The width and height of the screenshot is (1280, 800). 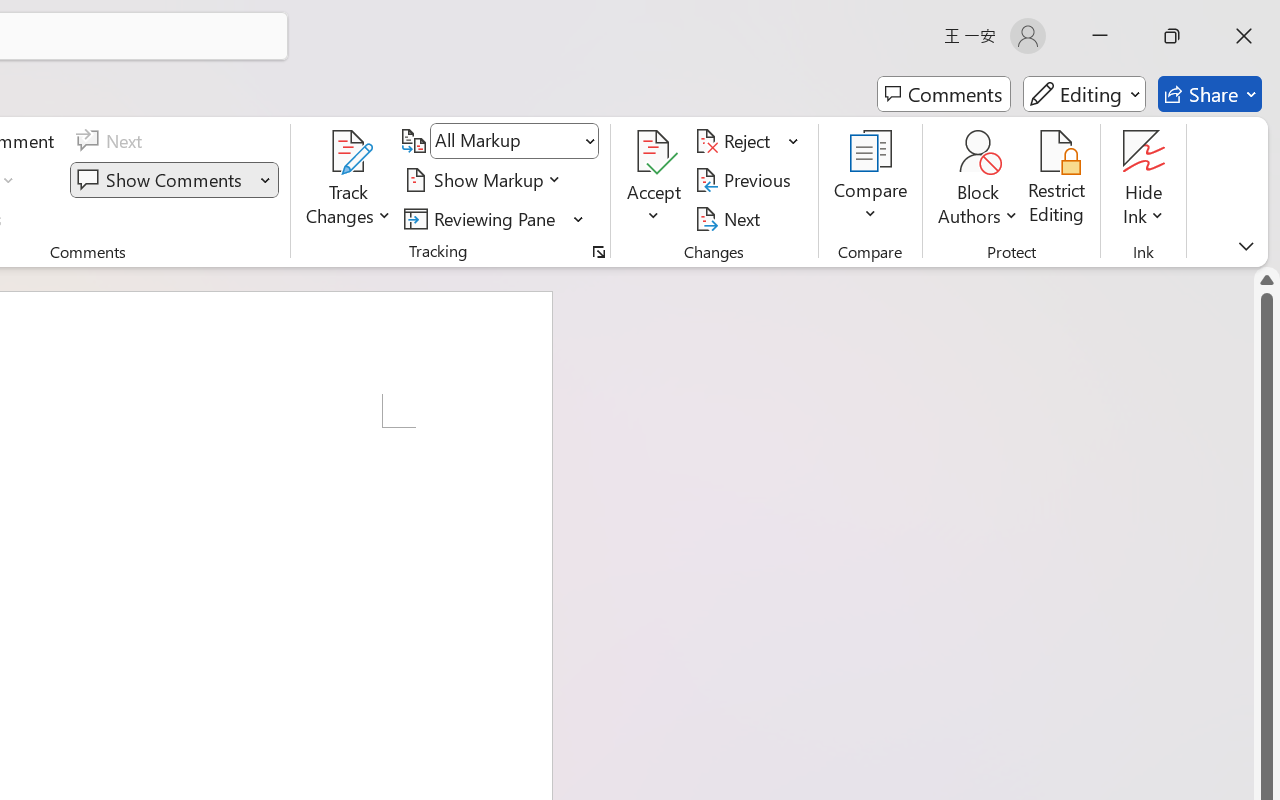 I want to click on 'Display for Review', so click(x=514, y=141).